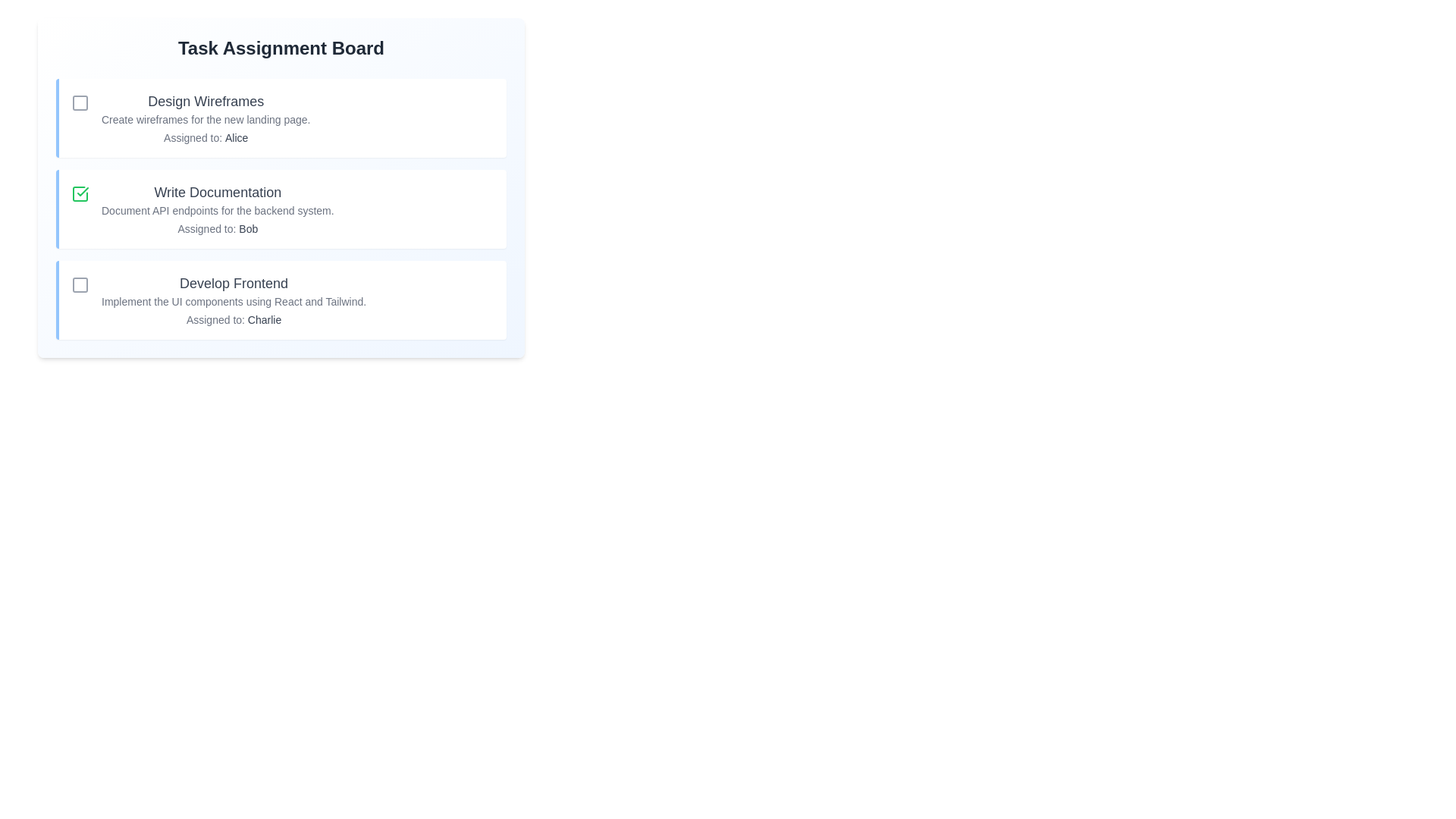 This screenshot has height=819, width=1456. Describe the element at coordinates (233, 301) in the screenshot. I see `the static text element that reads 'Implement the UI components using React and Tailwind.', located between the title 'Develop Frontend' and the text 'Assigned to: Charlie'` at that location.